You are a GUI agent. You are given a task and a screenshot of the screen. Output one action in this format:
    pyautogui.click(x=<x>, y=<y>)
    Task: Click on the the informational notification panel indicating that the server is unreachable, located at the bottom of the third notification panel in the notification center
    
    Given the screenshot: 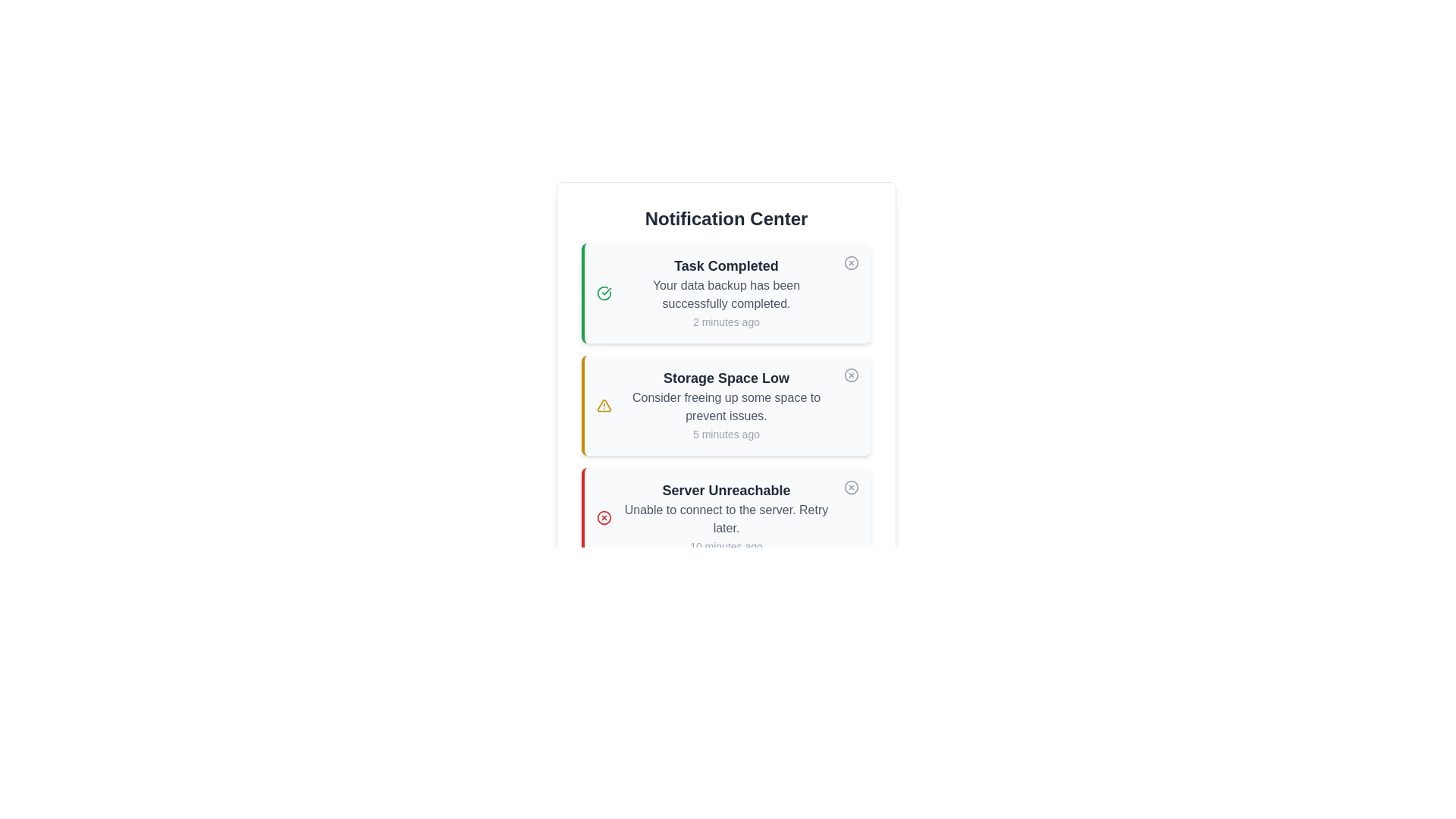 What is the action you would take?
    pyautogui.click(x=713, y=516)
    